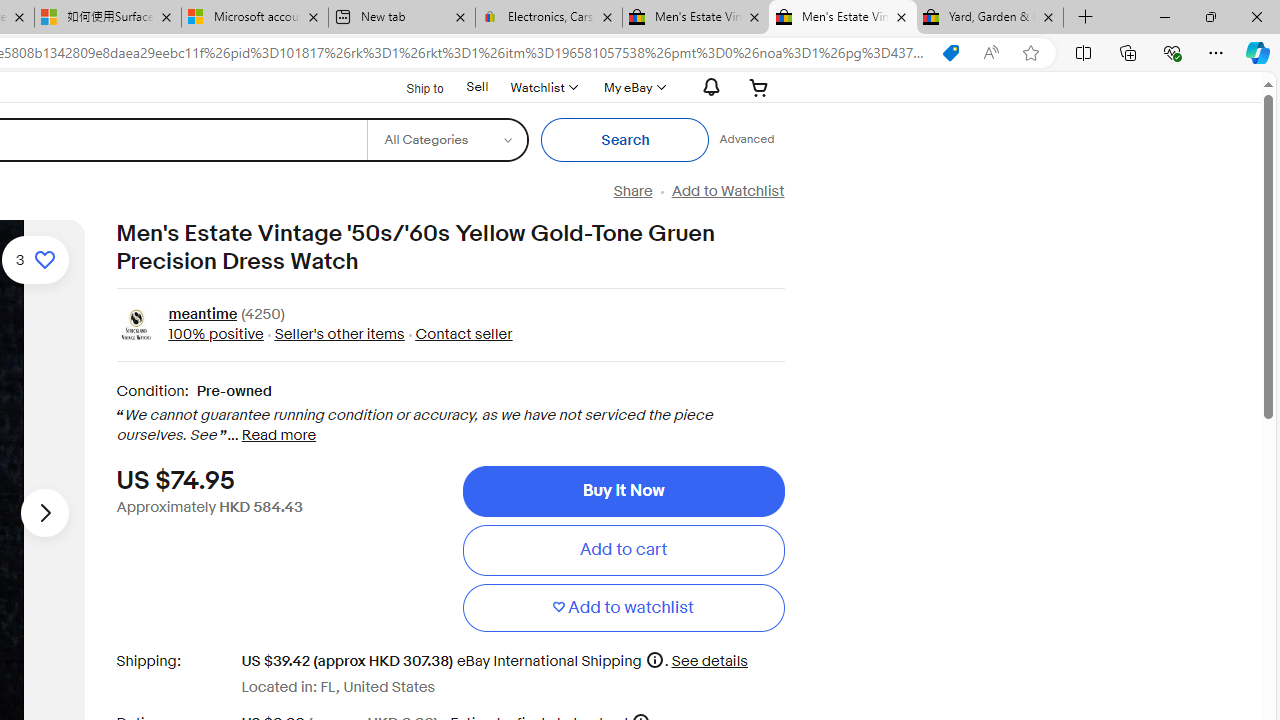 The image size is (1280, 720). I want to click on 'AutomationID: gh-eb-Alerts', so click(708, 86).